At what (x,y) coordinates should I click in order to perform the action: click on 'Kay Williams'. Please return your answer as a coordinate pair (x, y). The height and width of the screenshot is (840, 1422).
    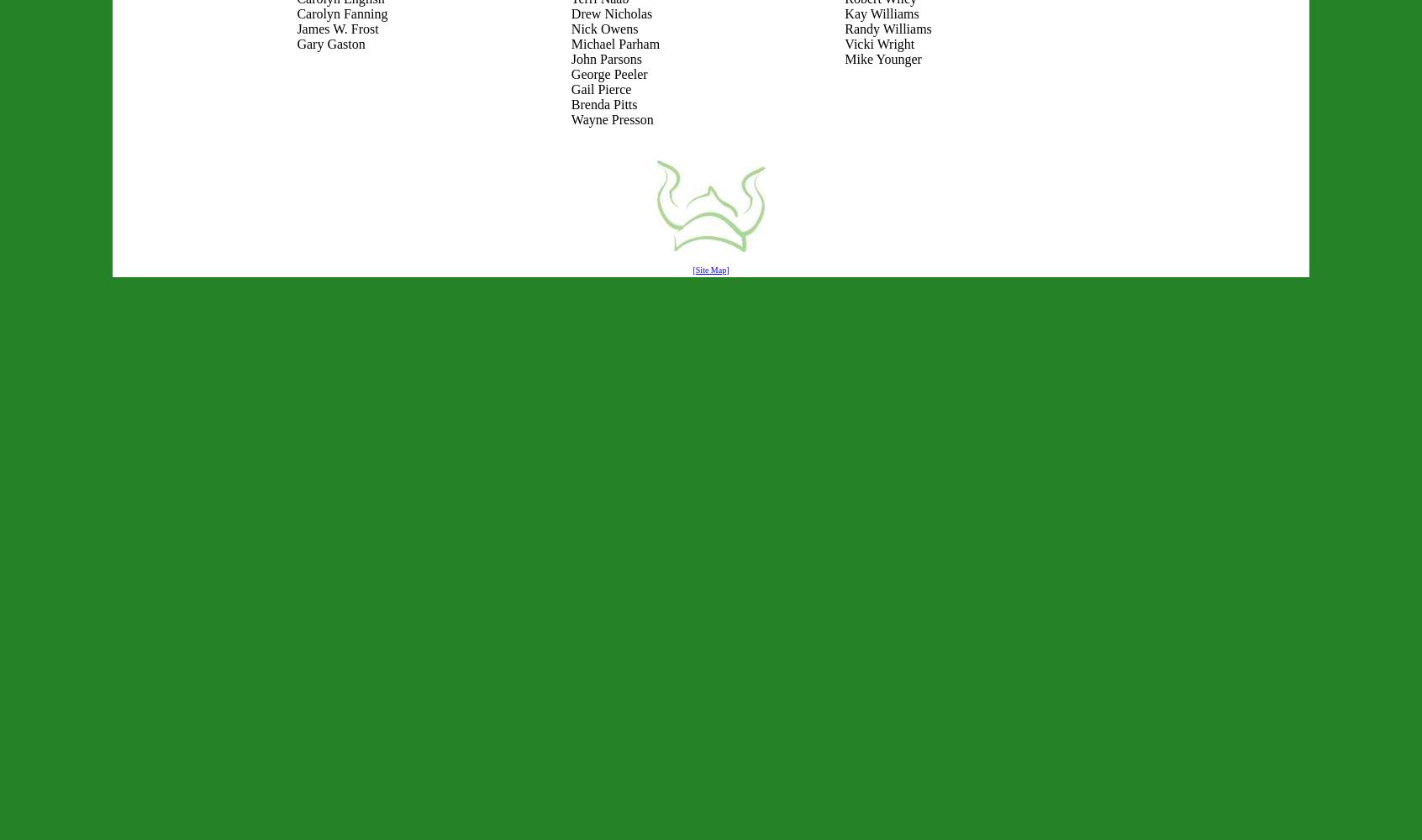
    Looking at the image, I should click on (881, 13).